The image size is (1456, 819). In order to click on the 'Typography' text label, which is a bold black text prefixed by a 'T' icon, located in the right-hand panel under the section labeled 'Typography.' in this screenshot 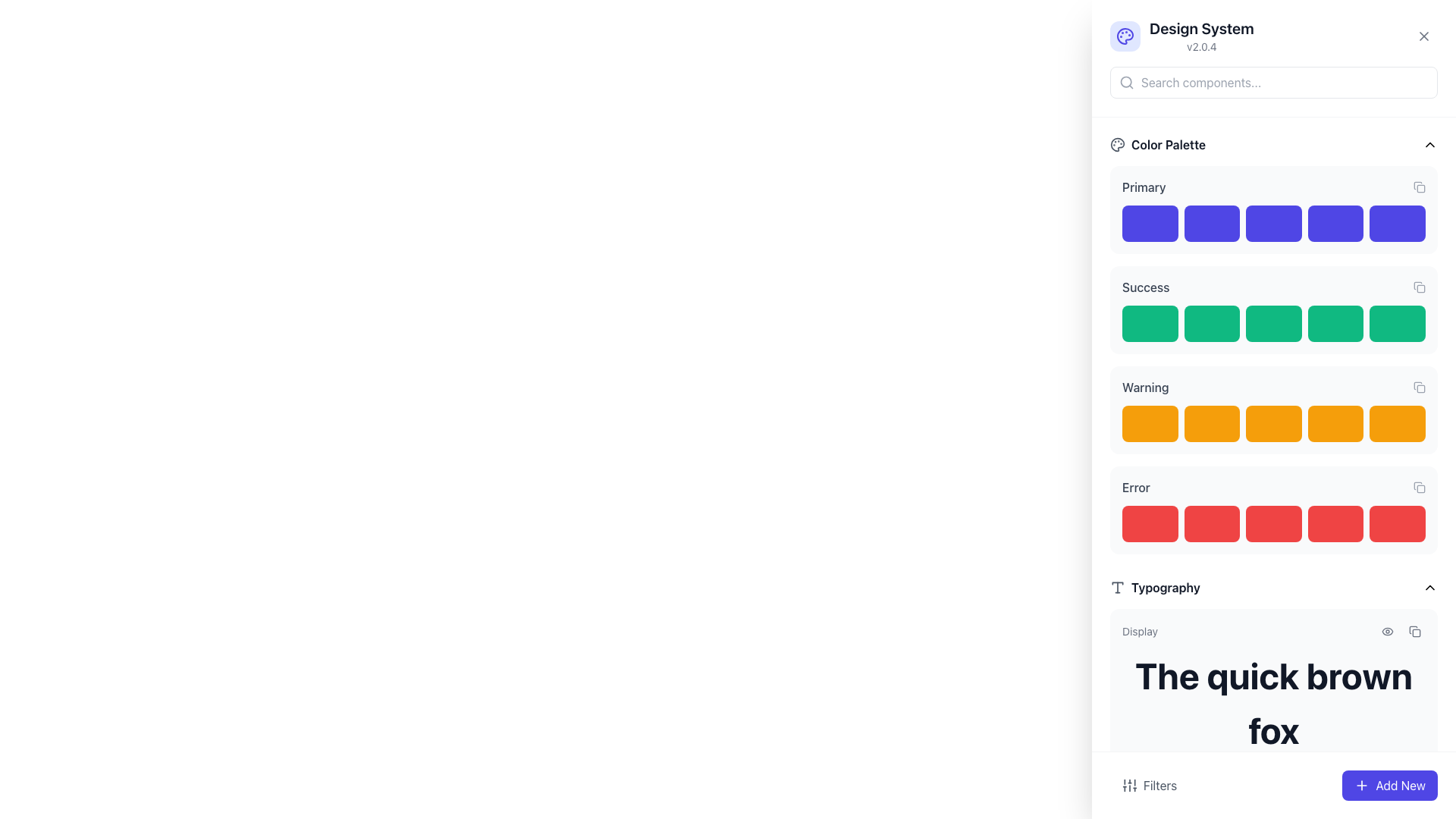, I will do `click(1154, 587)`.